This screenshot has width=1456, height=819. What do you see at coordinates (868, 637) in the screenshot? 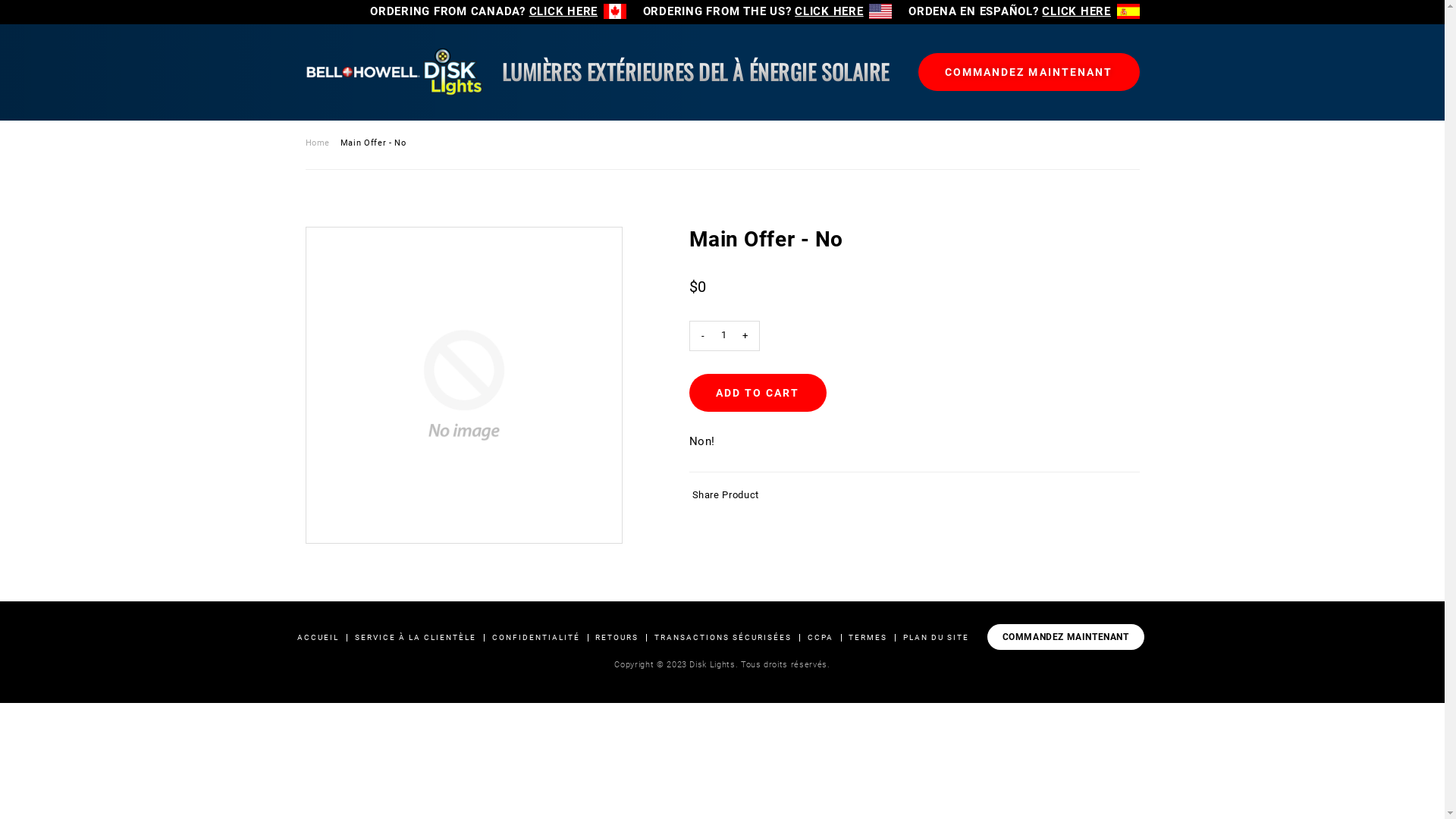
I see `'TERMES'` at bounding box center [868, 637].